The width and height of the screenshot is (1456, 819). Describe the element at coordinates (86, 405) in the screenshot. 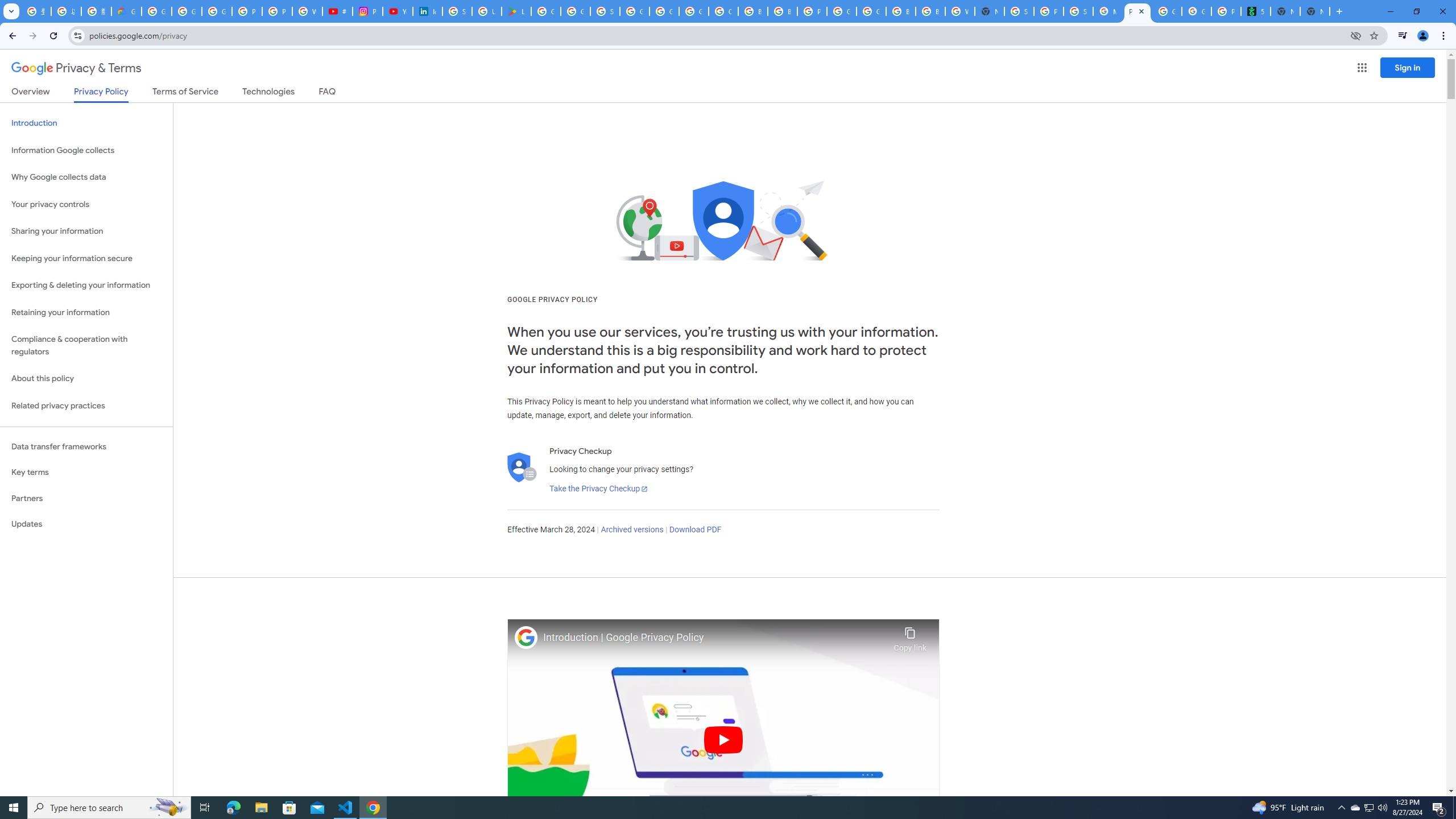

I see `'Related privacy practices'` at that location.